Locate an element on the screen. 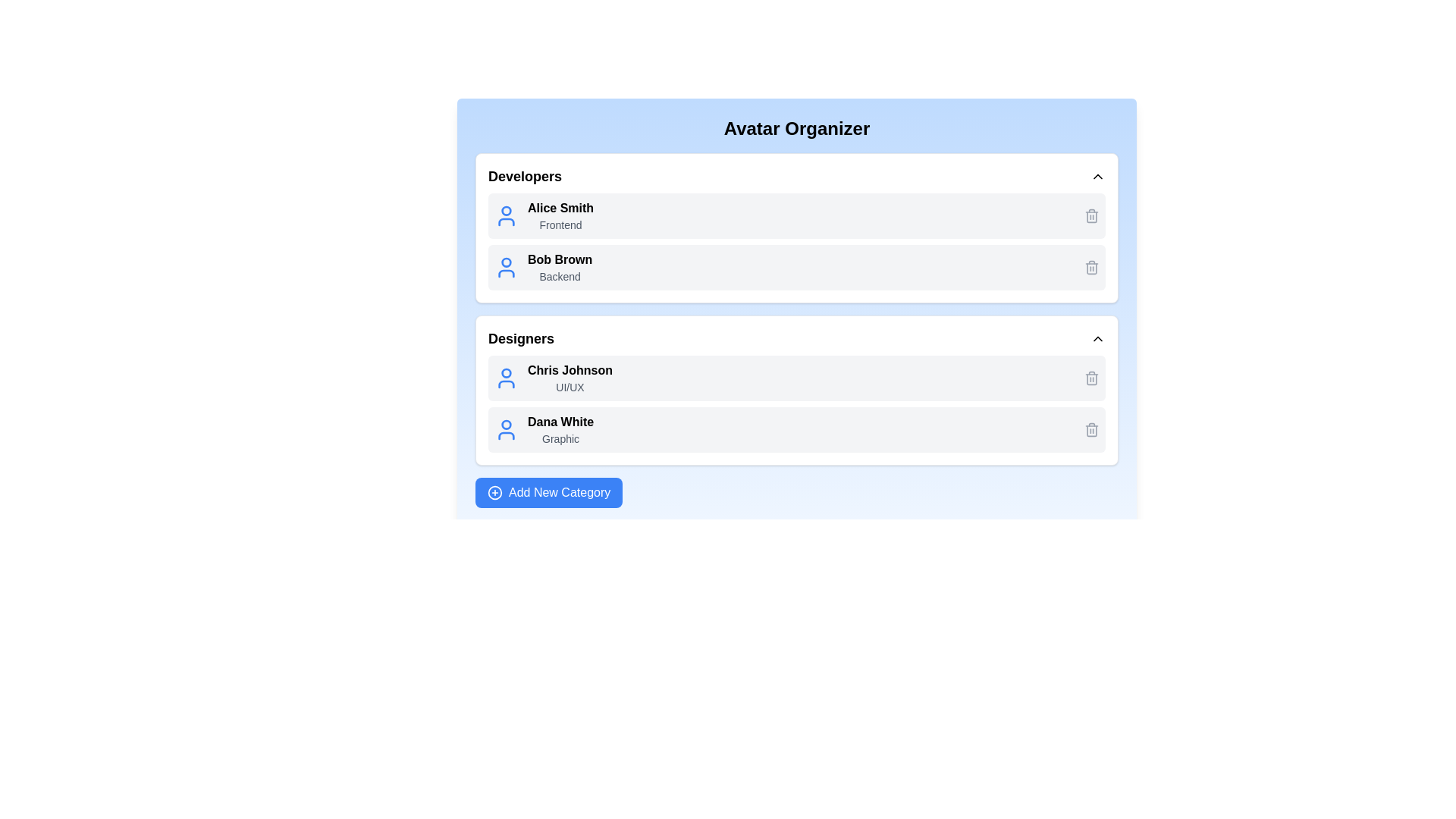  head-circle icon representing 'Bob Brown' in the developers list, located in the left section of the user row is located at coordinates (506, 262).